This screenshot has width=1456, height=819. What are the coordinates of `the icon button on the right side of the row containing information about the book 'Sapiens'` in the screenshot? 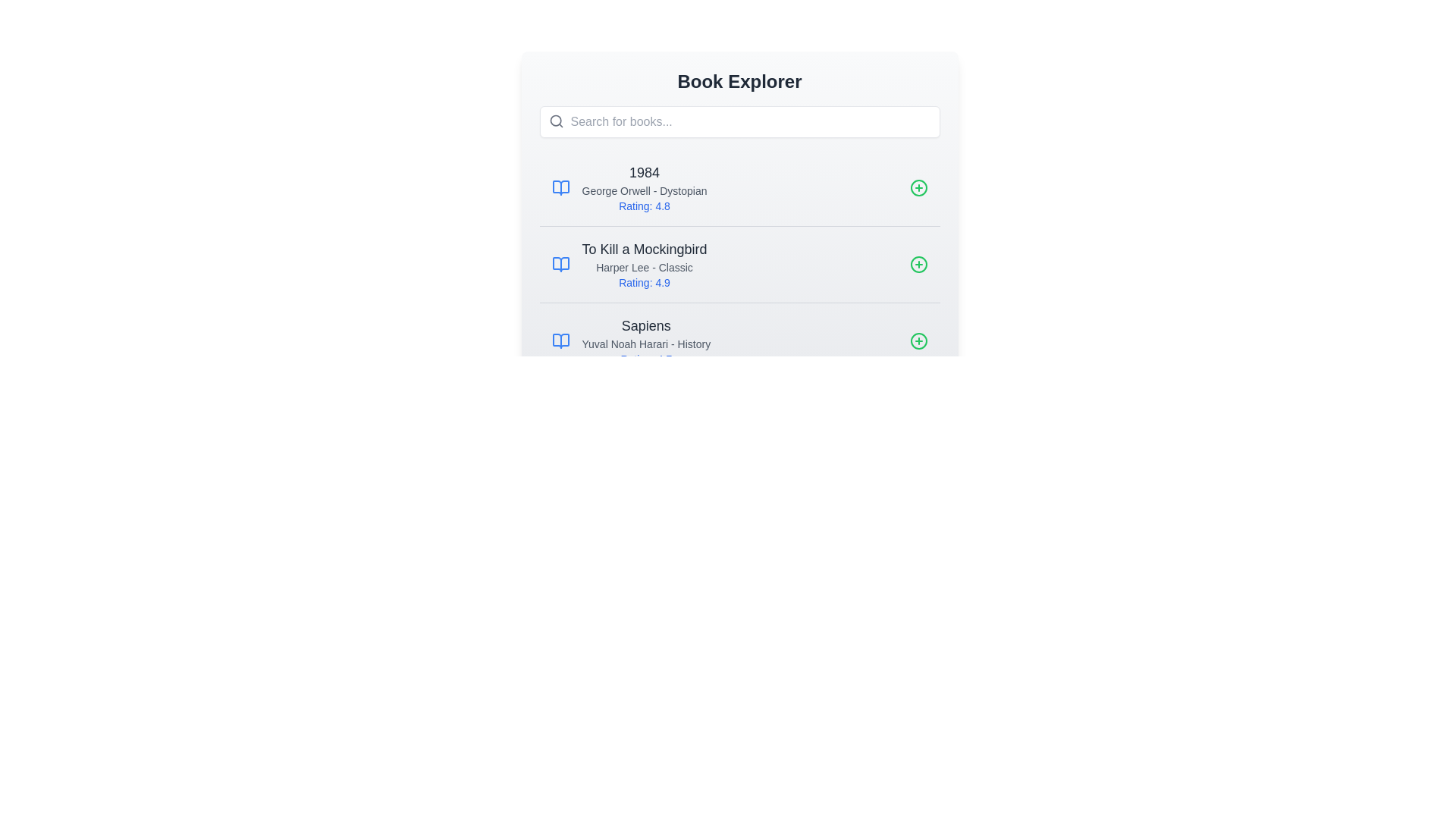 It's located at (918, 341).